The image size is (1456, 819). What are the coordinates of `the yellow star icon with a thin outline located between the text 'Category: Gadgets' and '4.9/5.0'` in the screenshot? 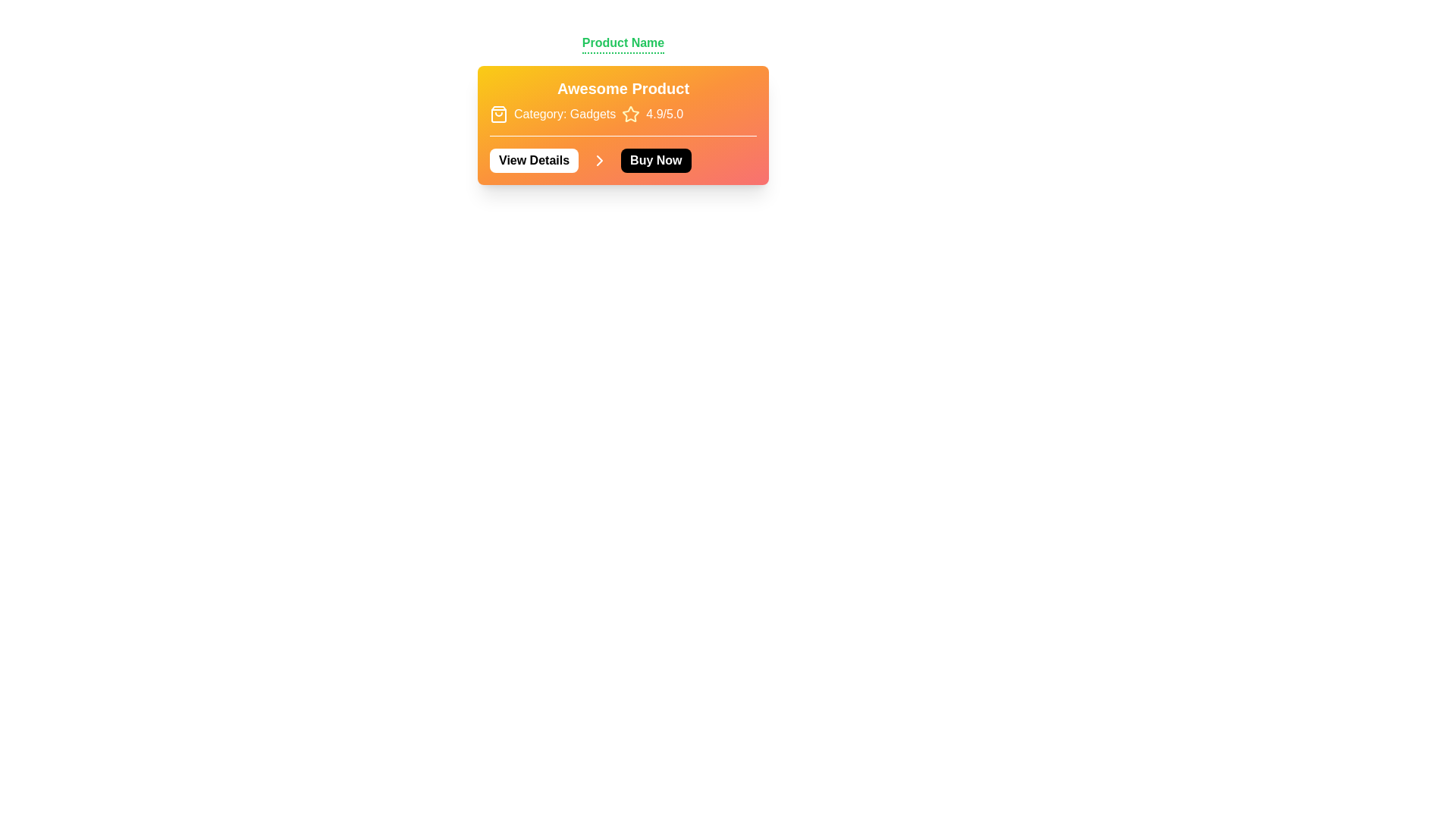 It's located at (630, 113).